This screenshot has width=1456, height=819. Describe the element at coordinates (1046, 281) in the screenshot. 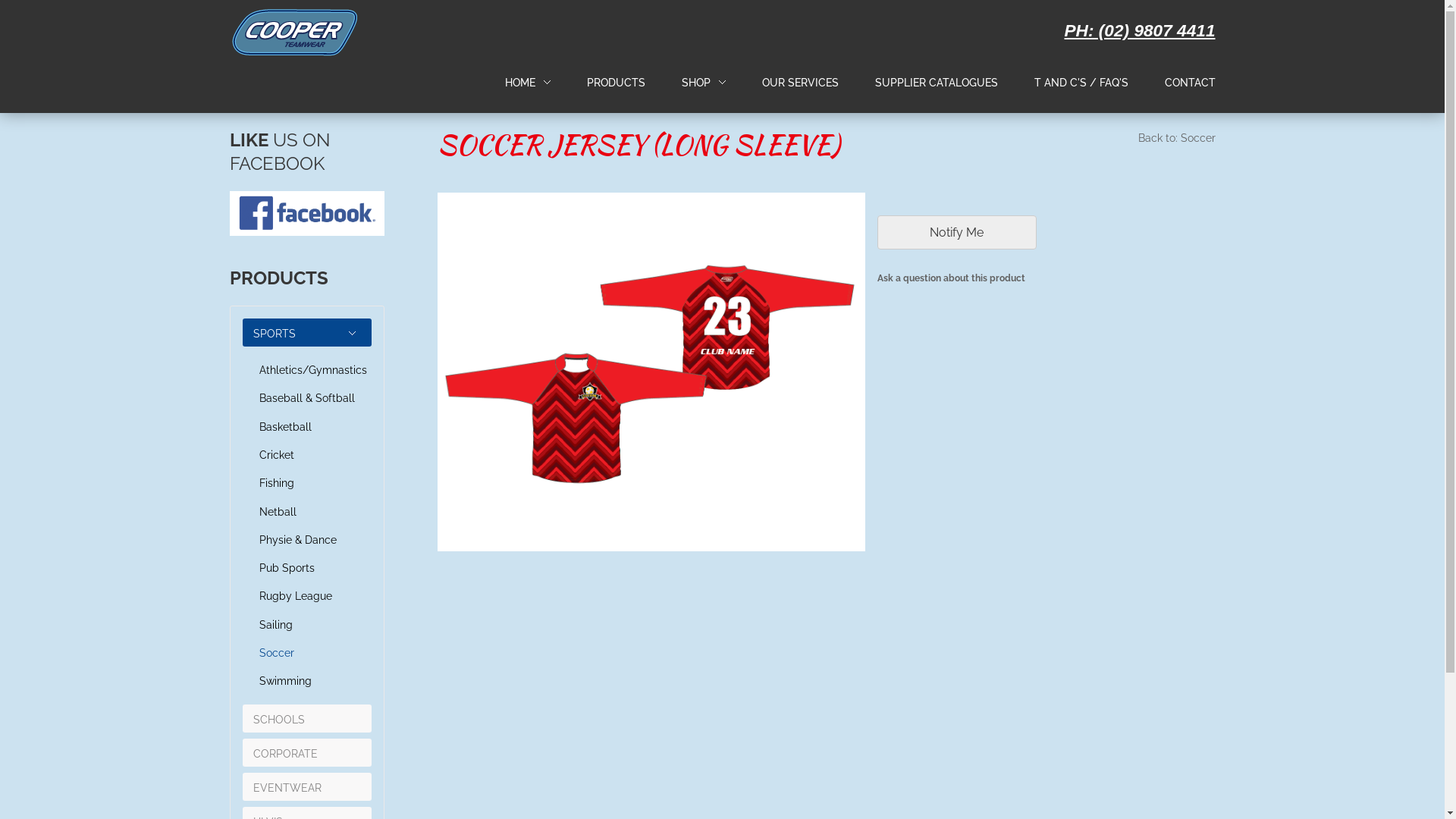

I see `'Ask a question about this product'` at that location.